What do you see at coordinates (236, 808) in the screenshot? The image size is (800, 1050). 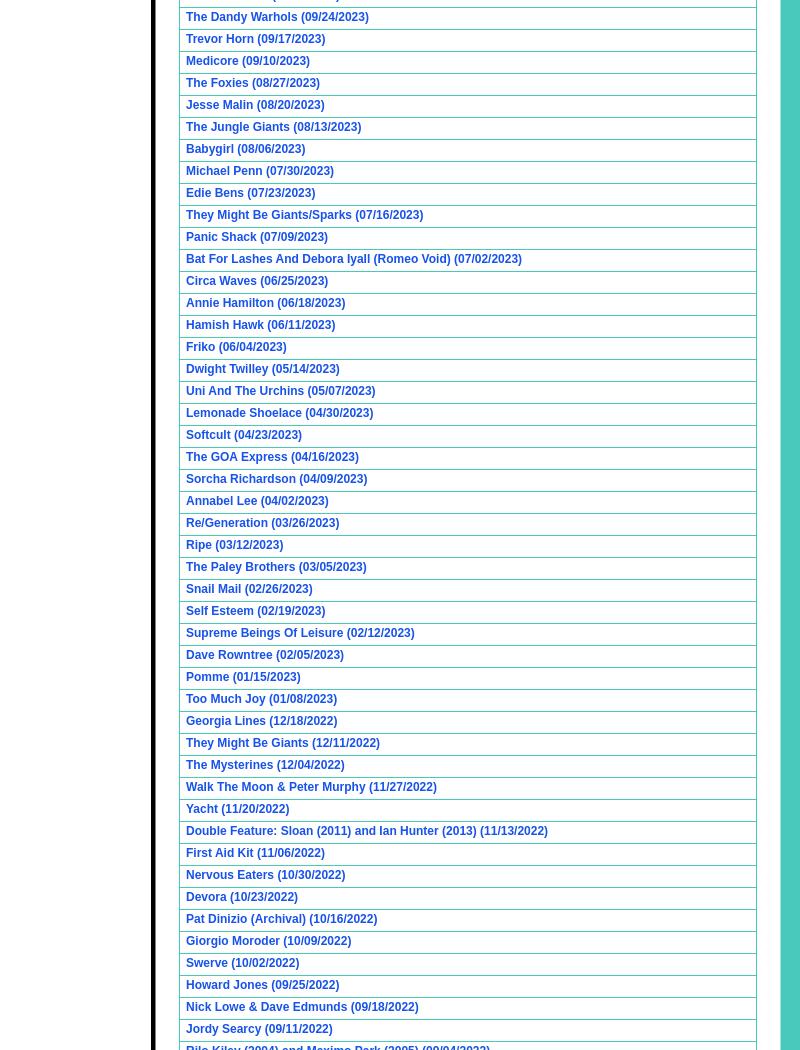 I see `'Yacht (11/20/2022)'` at bounding box center [236, 808].